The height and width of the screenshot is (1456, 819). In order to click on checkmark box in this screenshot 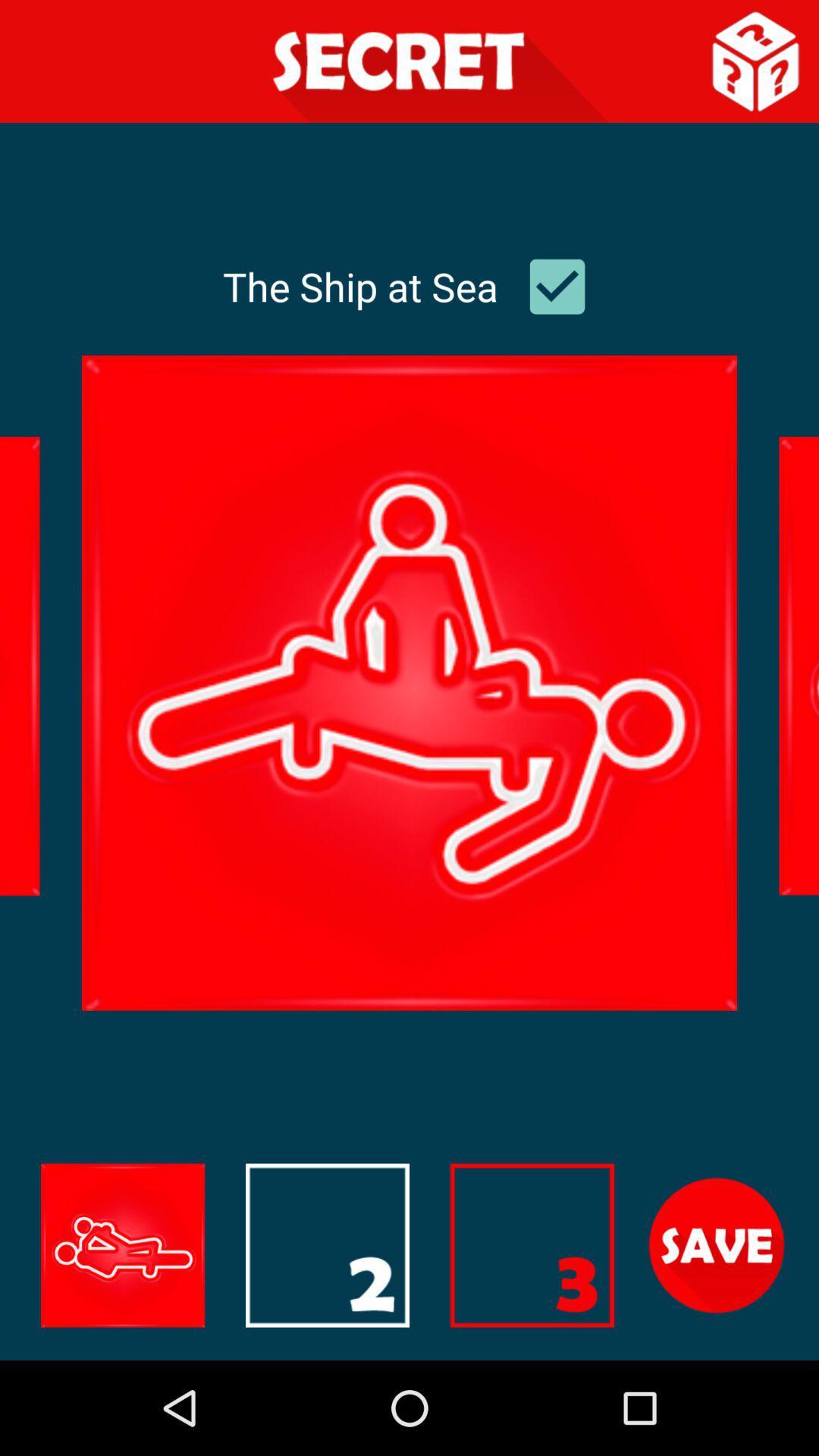, I will do `click(557, 287)`.